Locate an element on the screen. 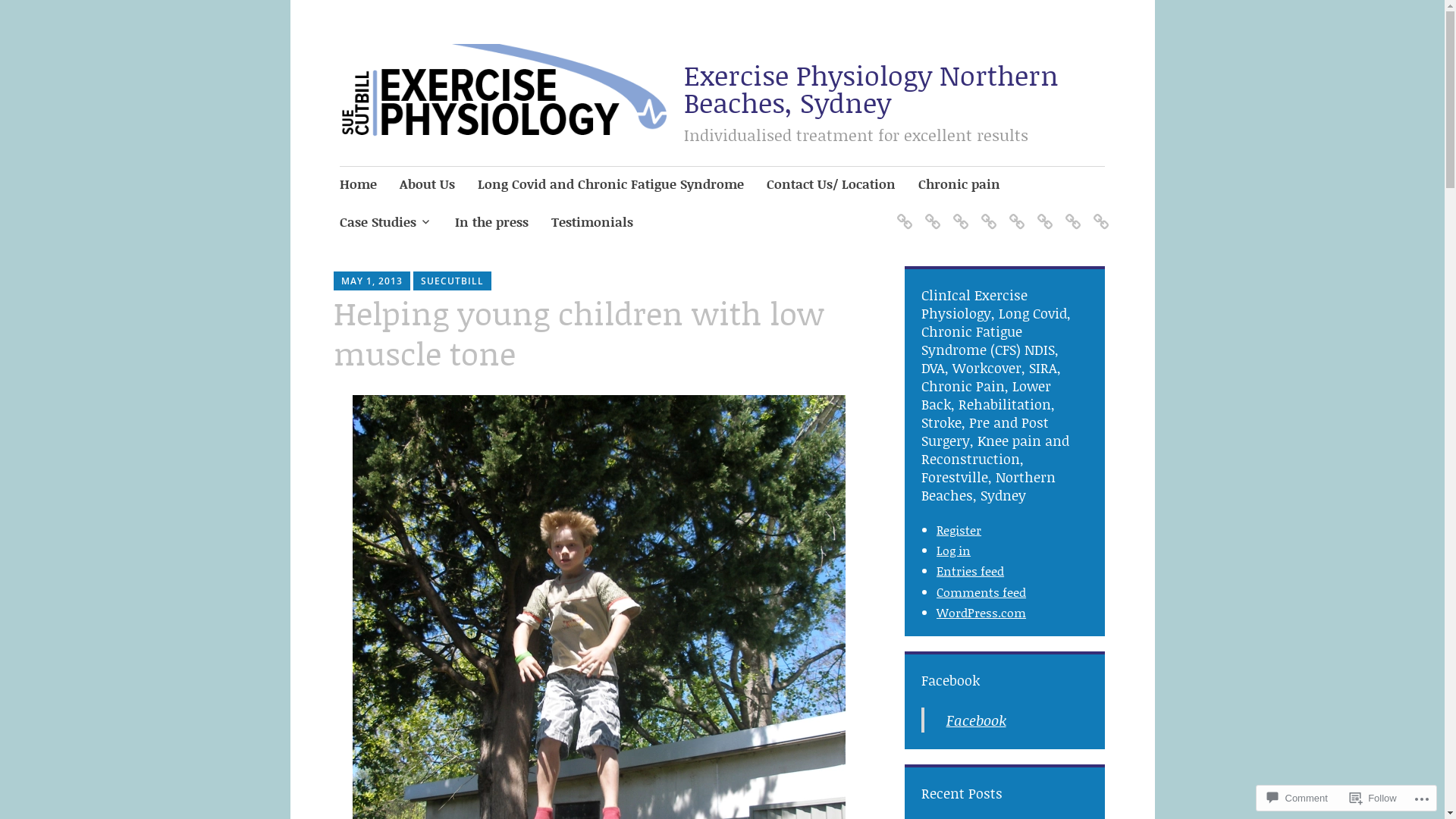 Image resolution: width=1456 pixels, height=819 pixels. 'Chronic pain' is located at coordinates (959, 184).